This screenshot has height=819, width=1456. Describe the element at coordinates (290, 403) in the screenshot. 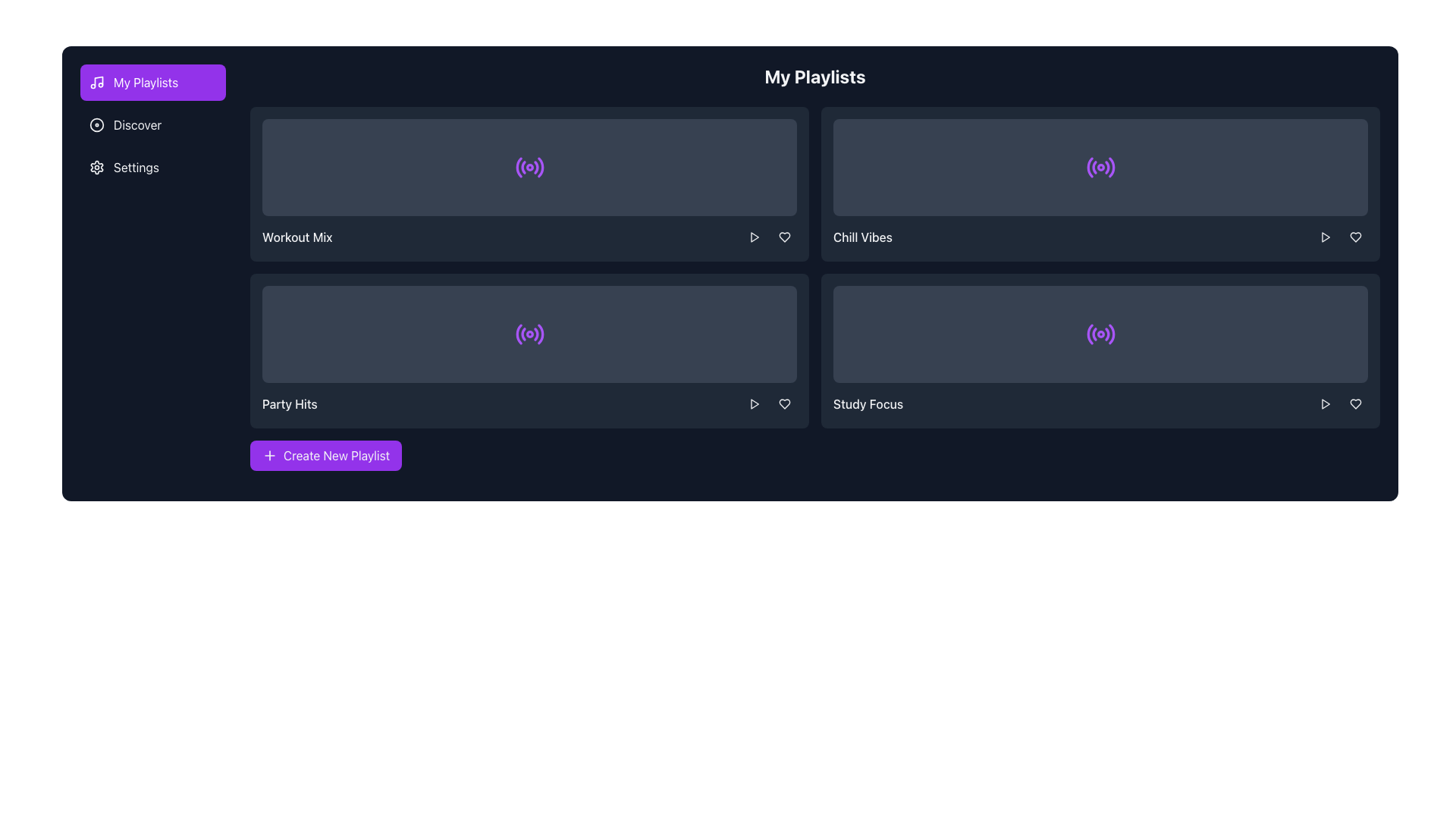

I see `the non-interactive text label displaying the playlist name 'Party Hits' located in the second row and first column of the grid` at that location.